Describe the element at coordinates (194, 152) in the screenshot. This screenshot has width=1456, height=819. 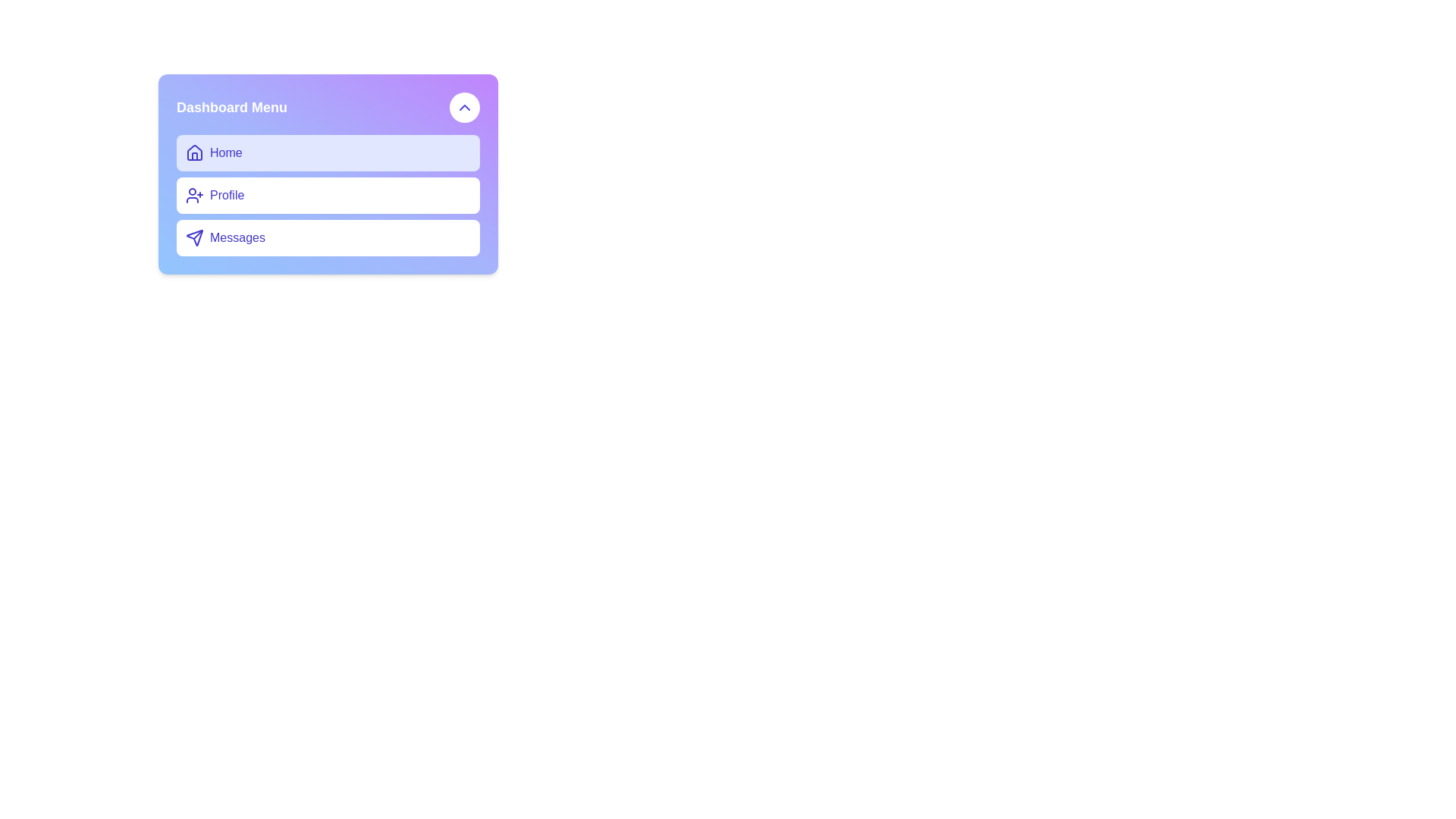
I see `the house icon in the navigation bar` at that location.